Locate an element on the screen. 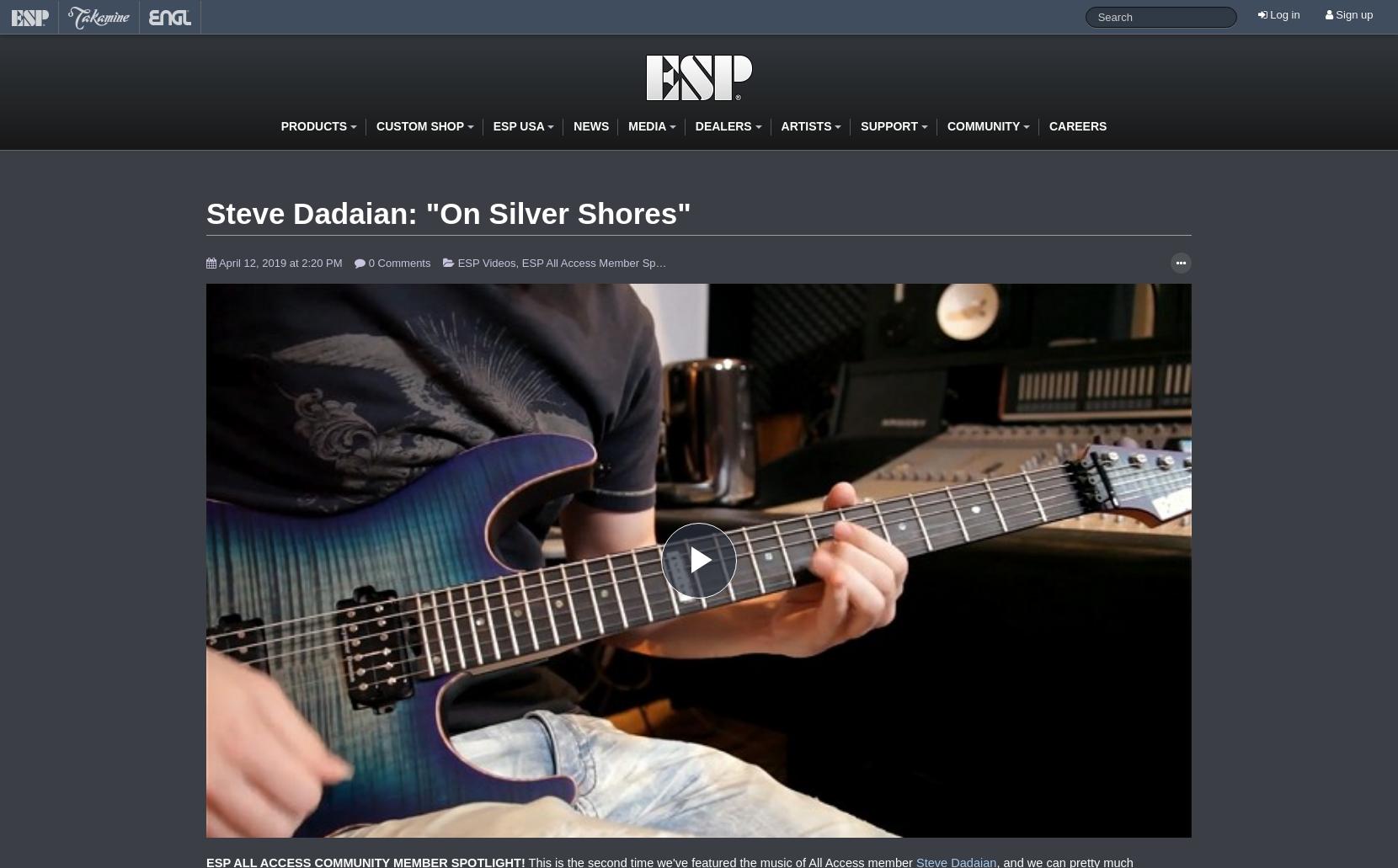 This screenshot has width=1398, height=868. 'News' is located at coordinates (590, 124).